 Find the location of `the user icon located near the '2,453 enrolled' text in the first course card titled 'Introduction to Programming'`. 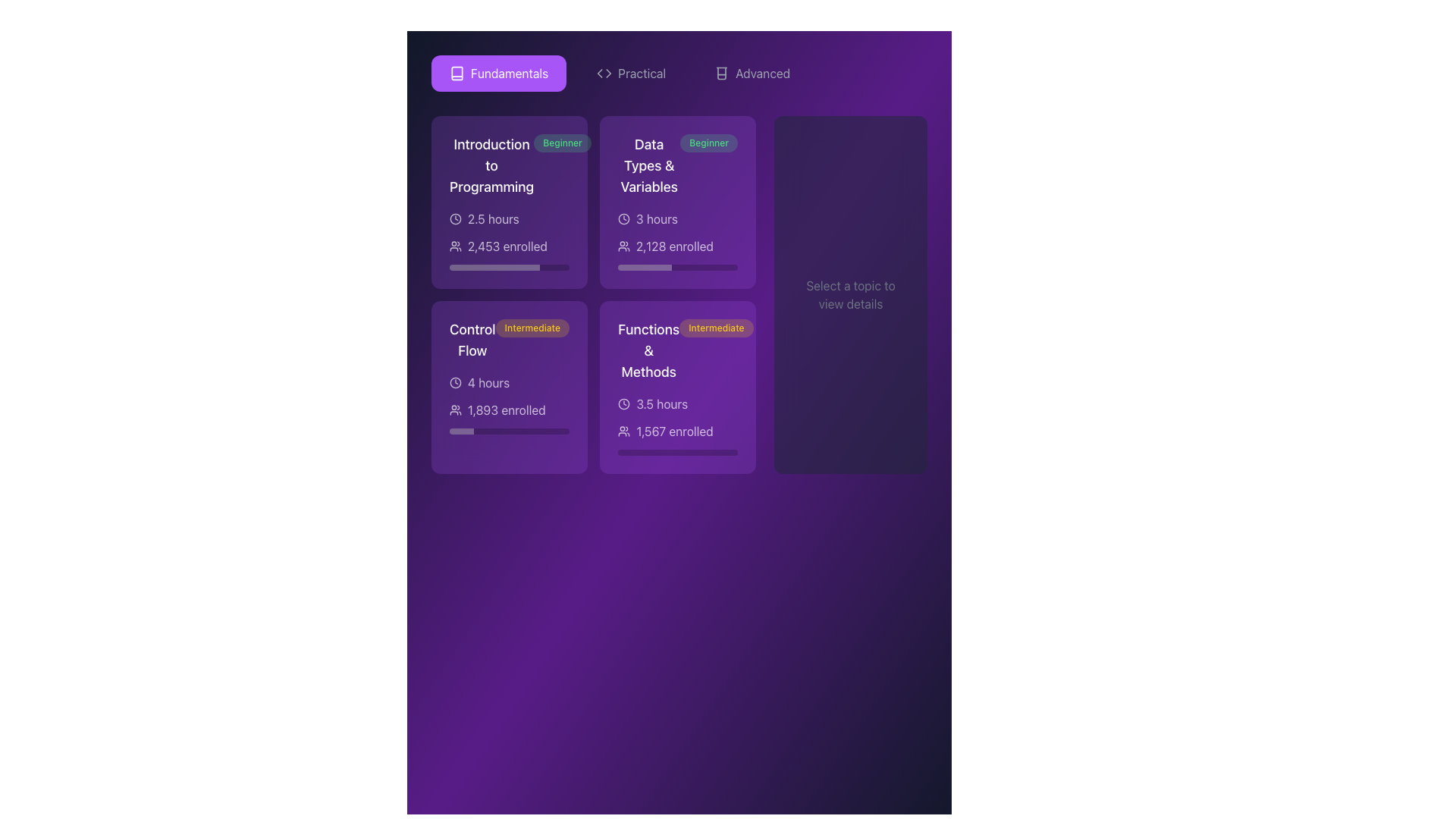

the user icon located near the '2,453 enrolled' text in the first course card titled 'Introduction to Programming' is located at coordinates (454, 245).